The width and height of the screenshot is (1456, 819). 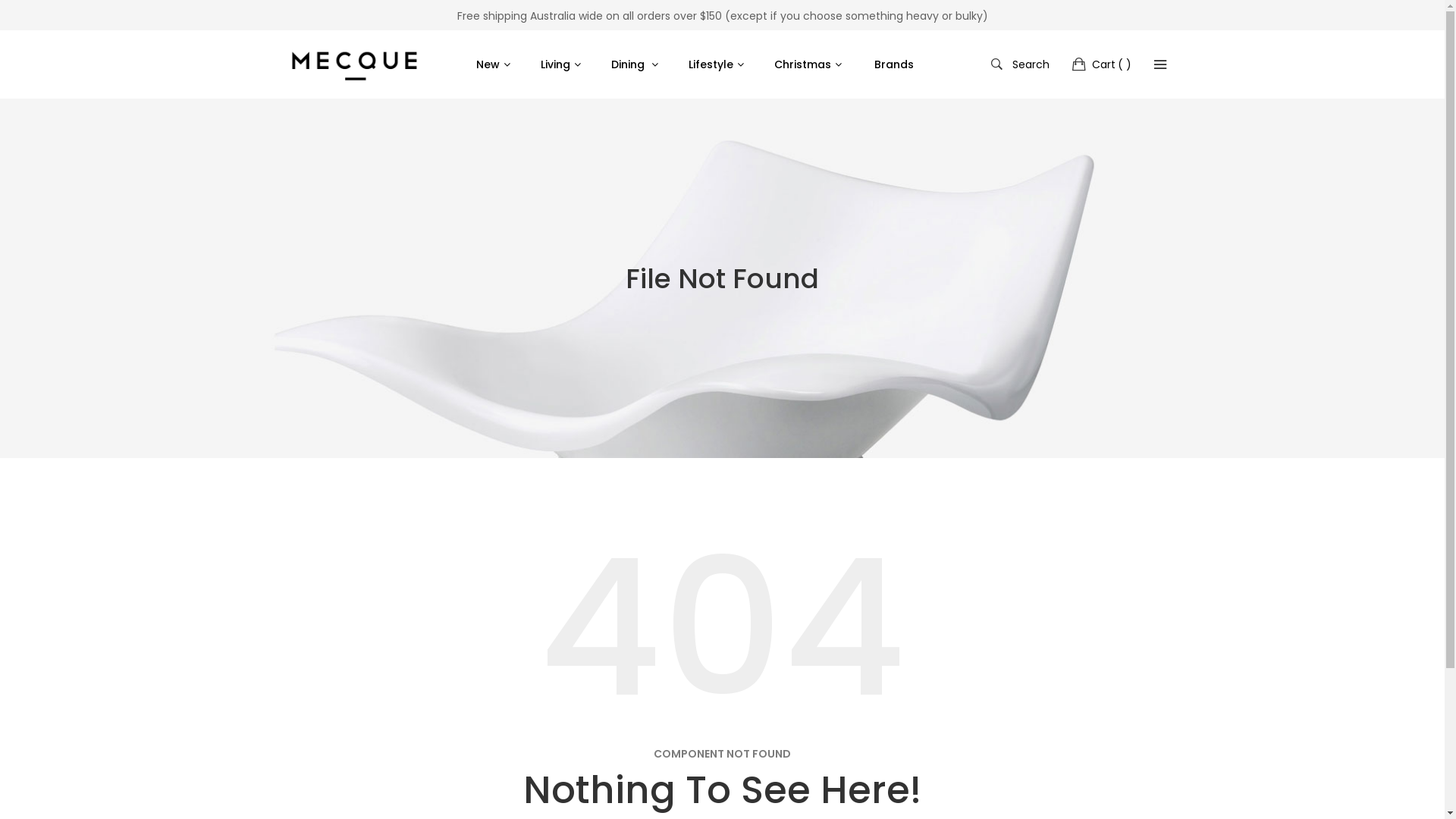 What do you see at coordinates (810, 63) in the screenshot?
I see `'Christmas'` at bounding box center [810, 63].